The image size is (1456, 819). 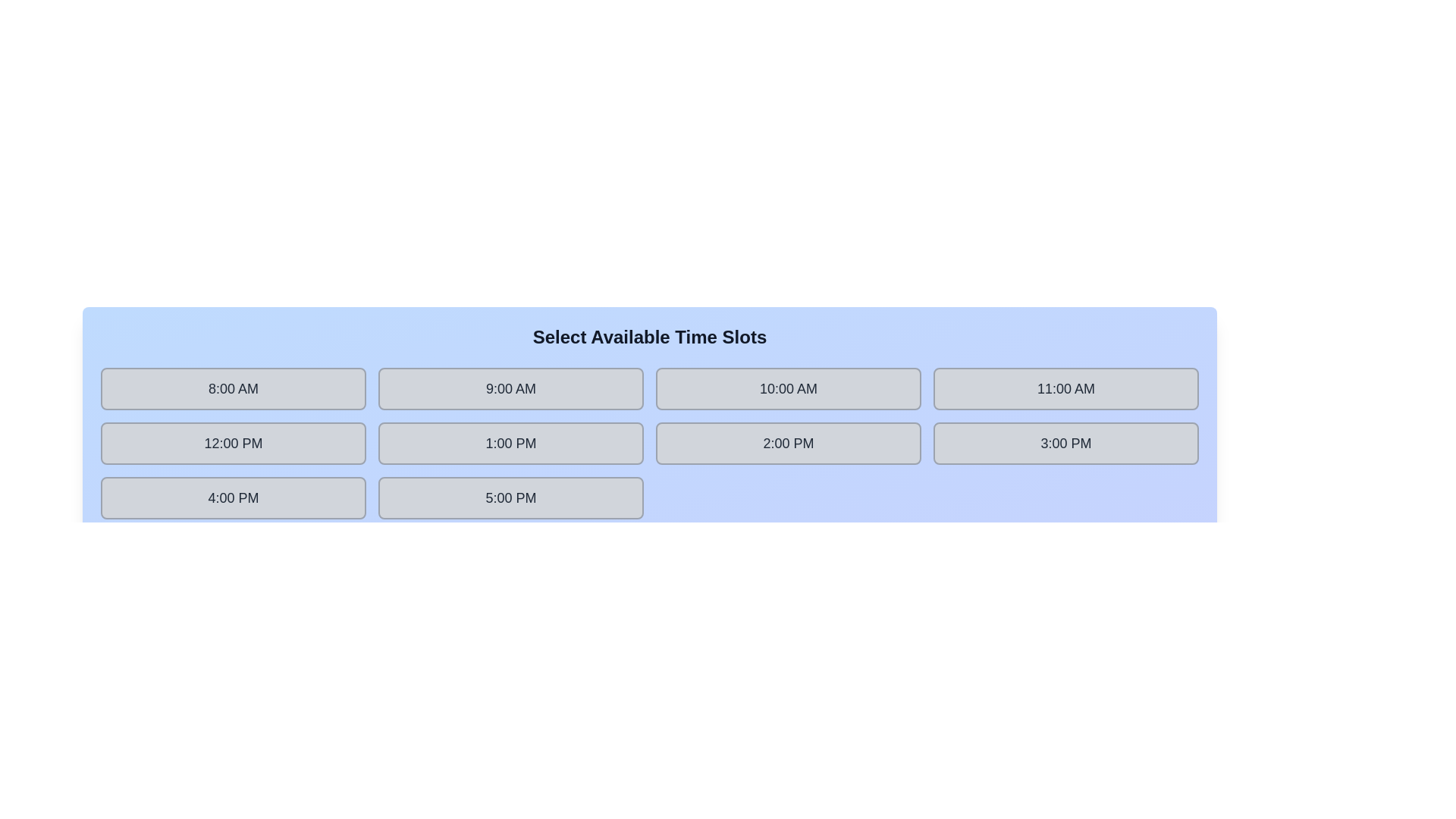 I want to click on the time slot labeled 9:00 AM, so click(x=510, y=388).